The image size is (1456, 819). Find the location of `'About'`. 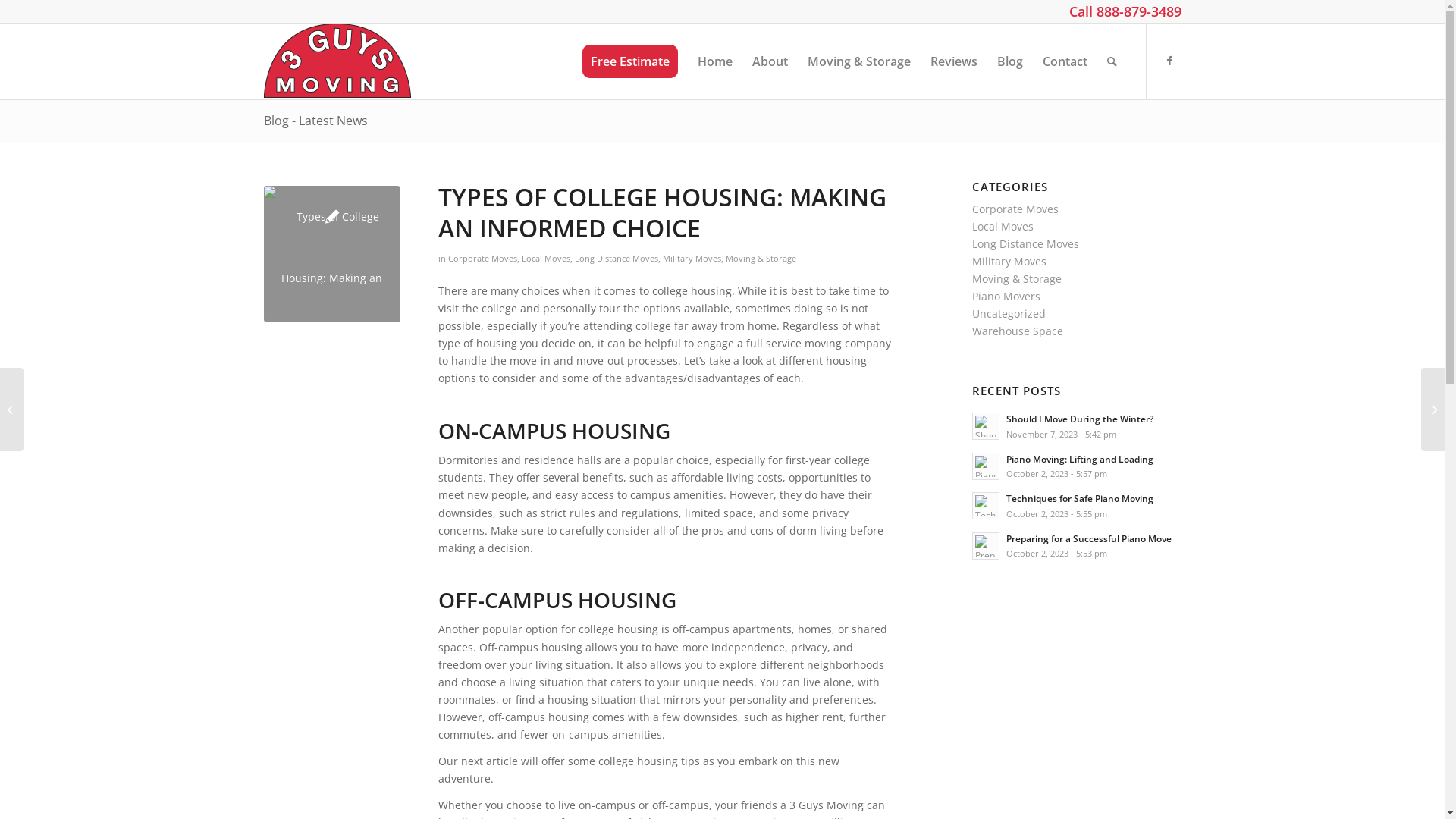

'About' is located at coordinates (742, 61).